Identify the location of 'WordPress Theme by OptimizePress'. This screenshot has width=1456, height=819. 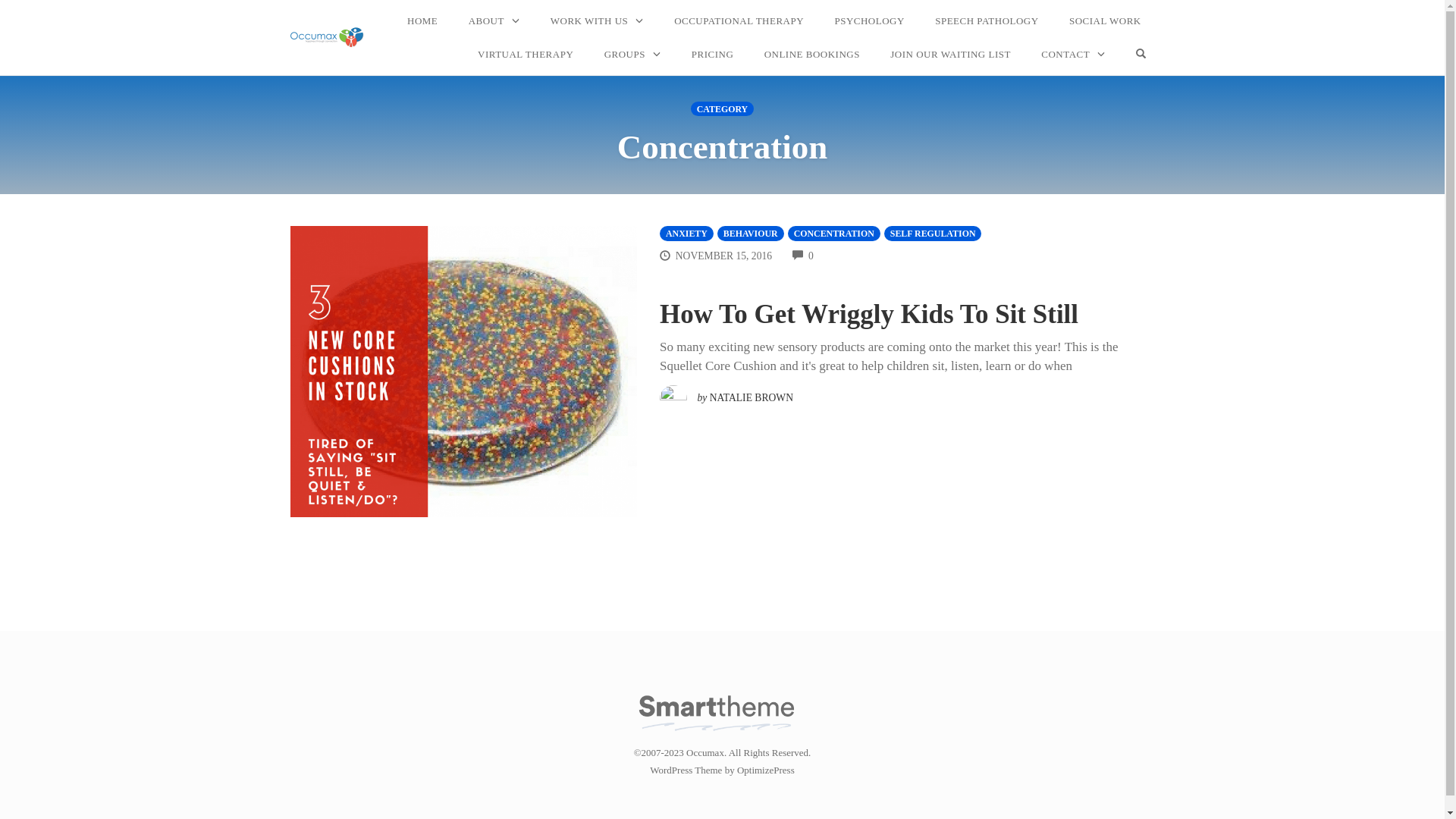
(650, 770).